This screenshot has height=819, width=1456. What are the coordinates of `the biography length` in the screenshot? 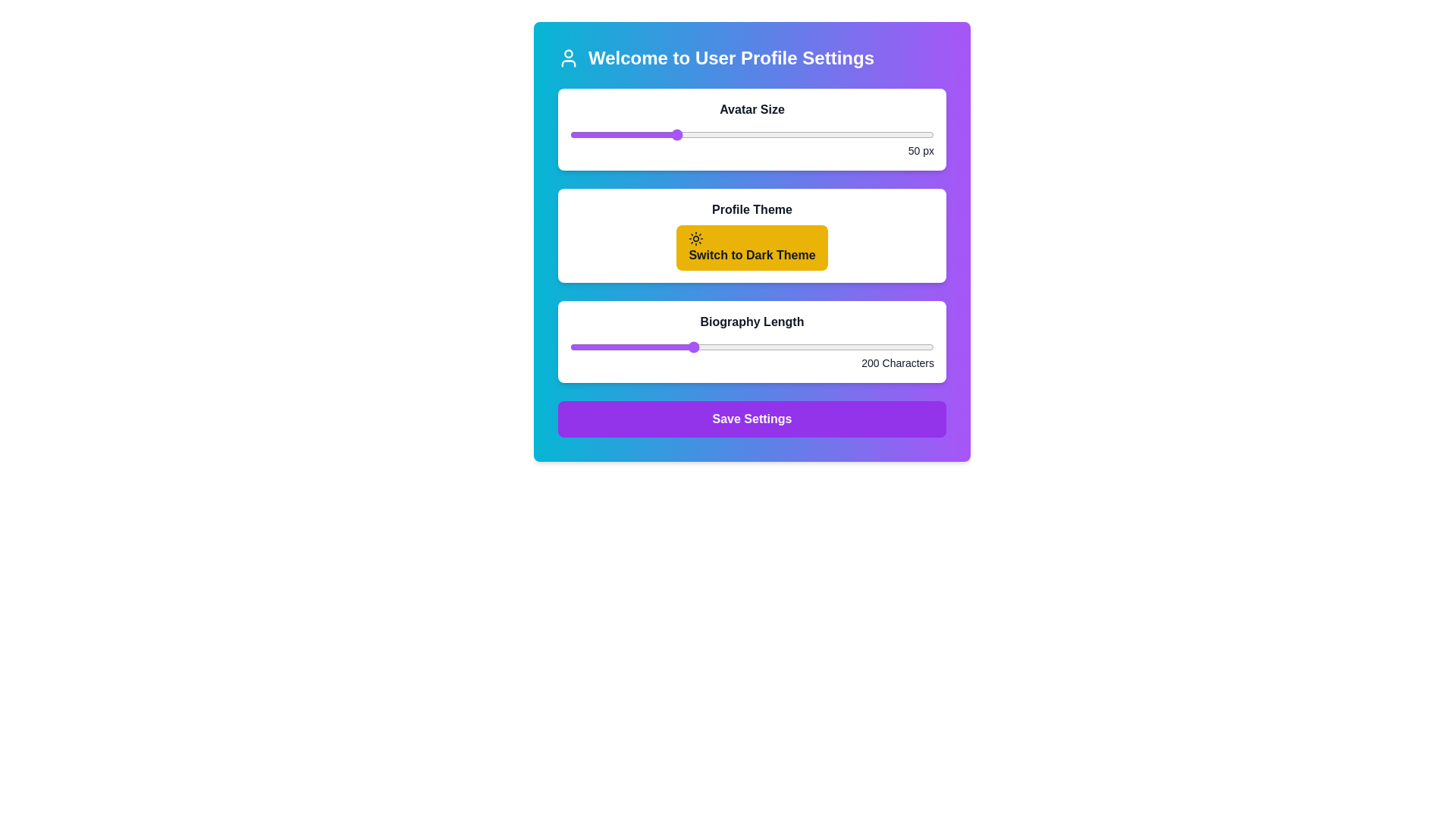 It's located at (576, 347).